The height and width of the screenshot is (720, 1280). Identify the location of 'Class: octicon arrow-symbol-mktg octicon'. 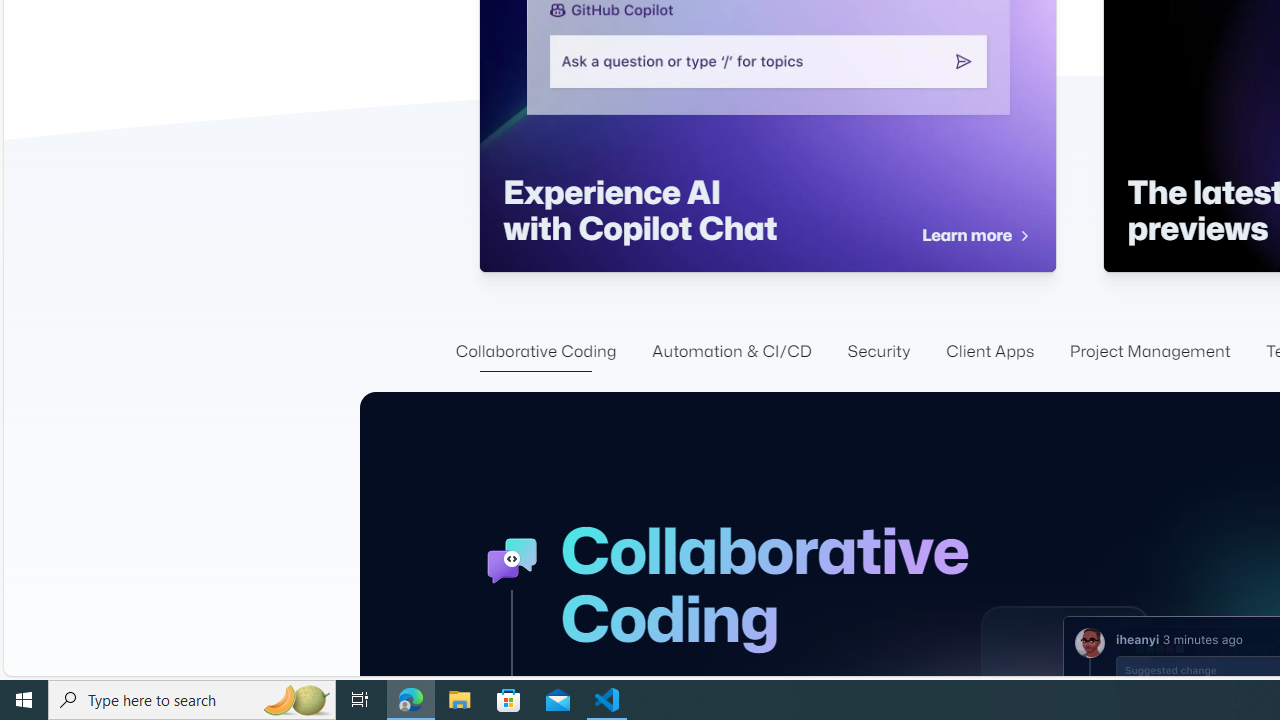
(1023, 235).